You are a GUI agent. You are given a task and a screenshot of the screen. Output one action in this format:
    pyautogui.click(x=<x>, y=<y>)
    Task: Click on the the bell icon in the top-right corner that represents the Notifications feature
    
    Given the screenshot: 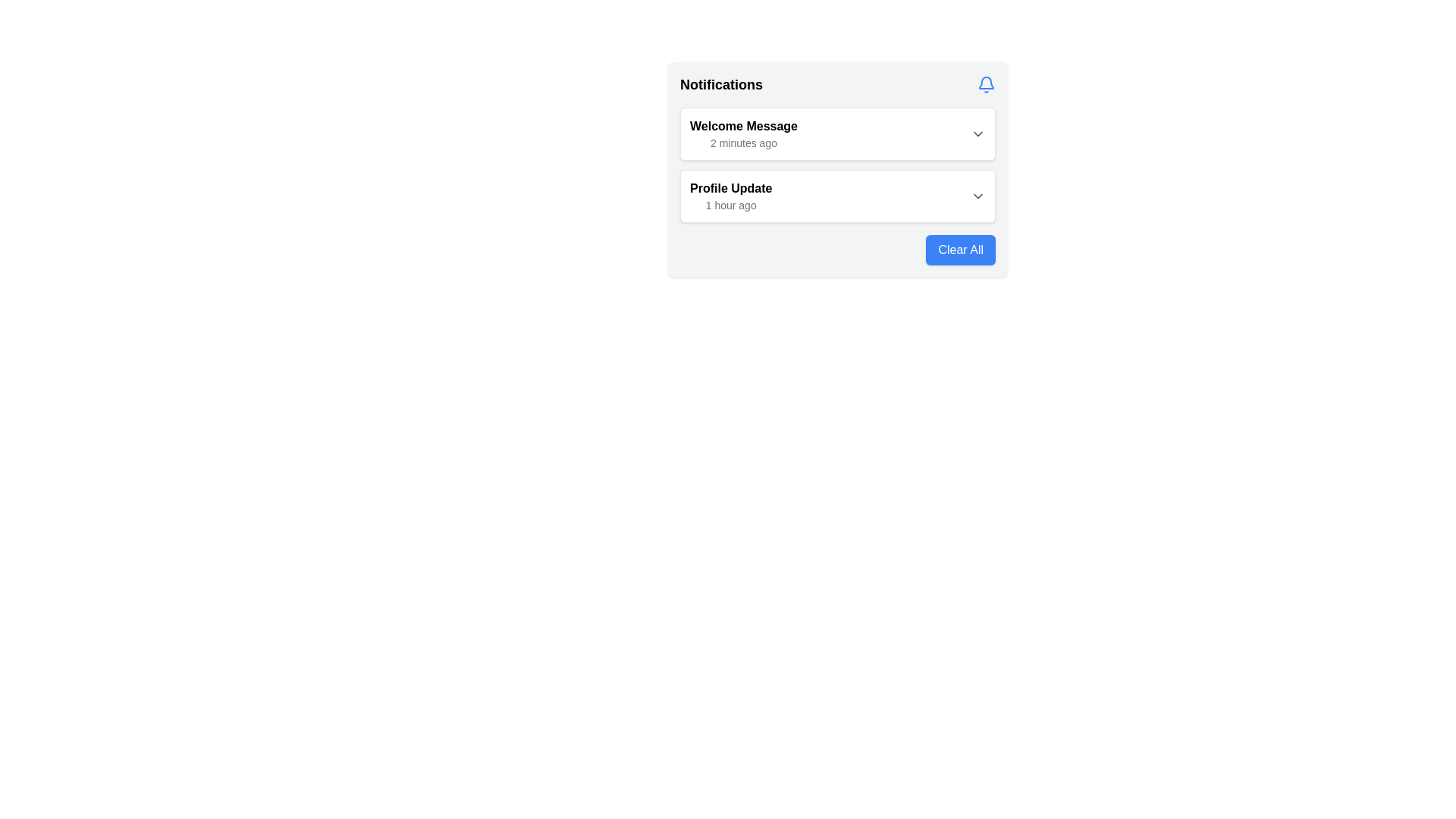 What is the action you would take?
    pyautogui.click(x=986, y=84)
    